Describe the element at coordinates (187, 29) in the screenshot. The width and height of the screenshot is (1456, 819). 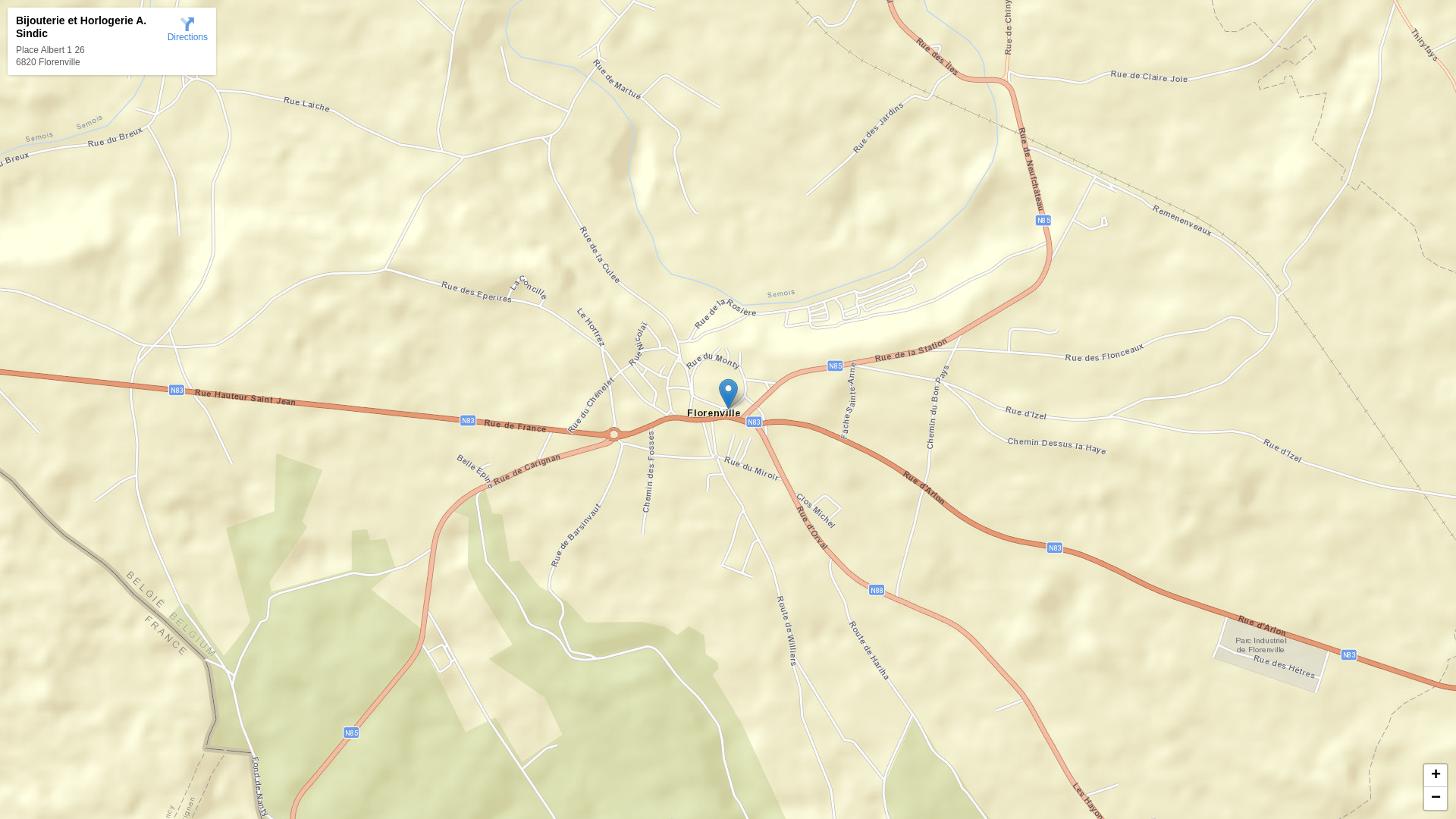
I see `'Directions'` at that location.